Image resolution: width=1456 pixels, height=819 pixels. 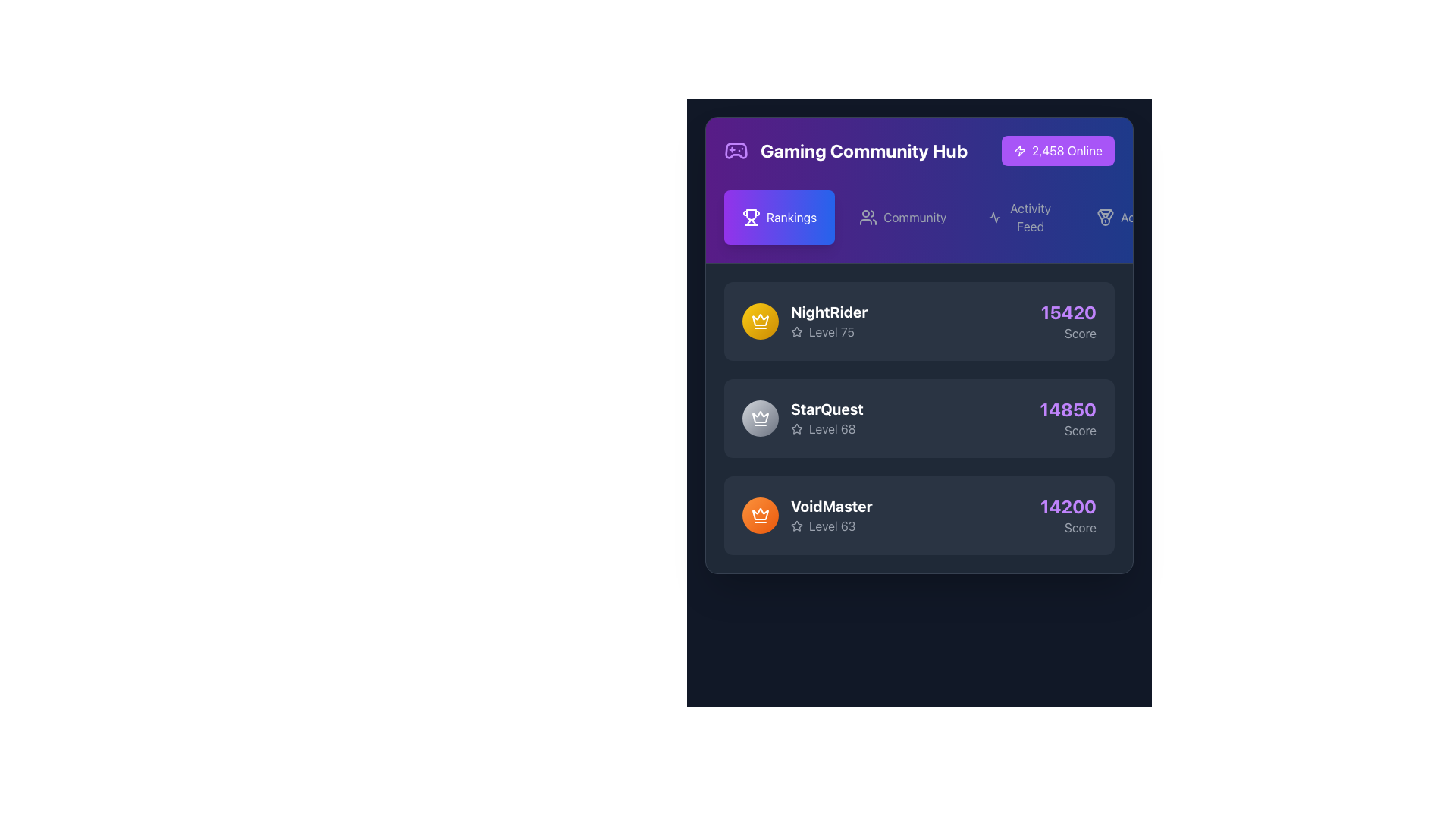 I want to click on the circular badge with a gradient background and a white crown icon, located to the left of the 'StarQuest' label in the second list item of the leaderboard panel, so click(x=761, y=418).